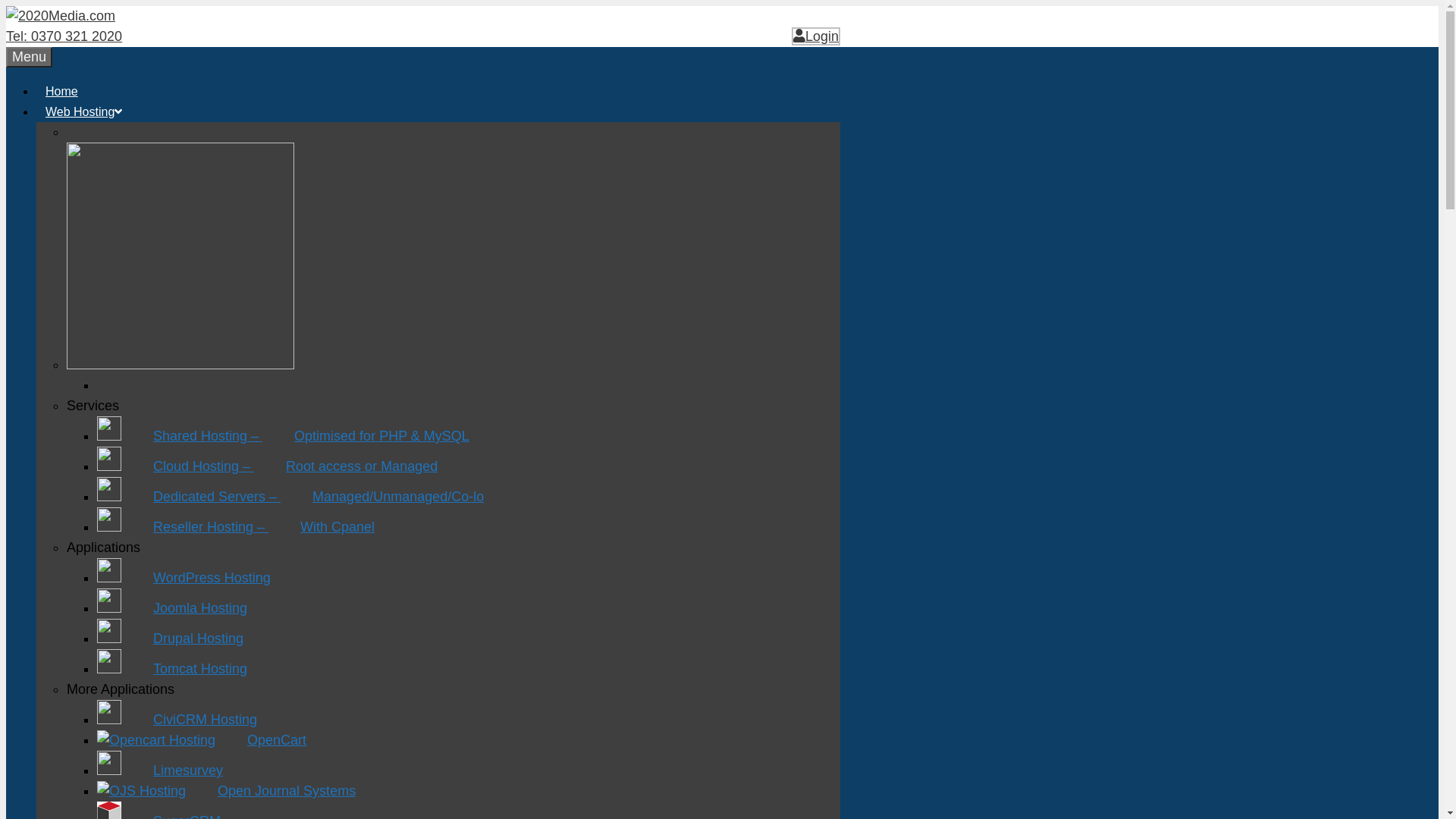  What do you see at coordinates (29, 56) in the screenshot?
I see `'Menu'` at bounding box center [29, 56].